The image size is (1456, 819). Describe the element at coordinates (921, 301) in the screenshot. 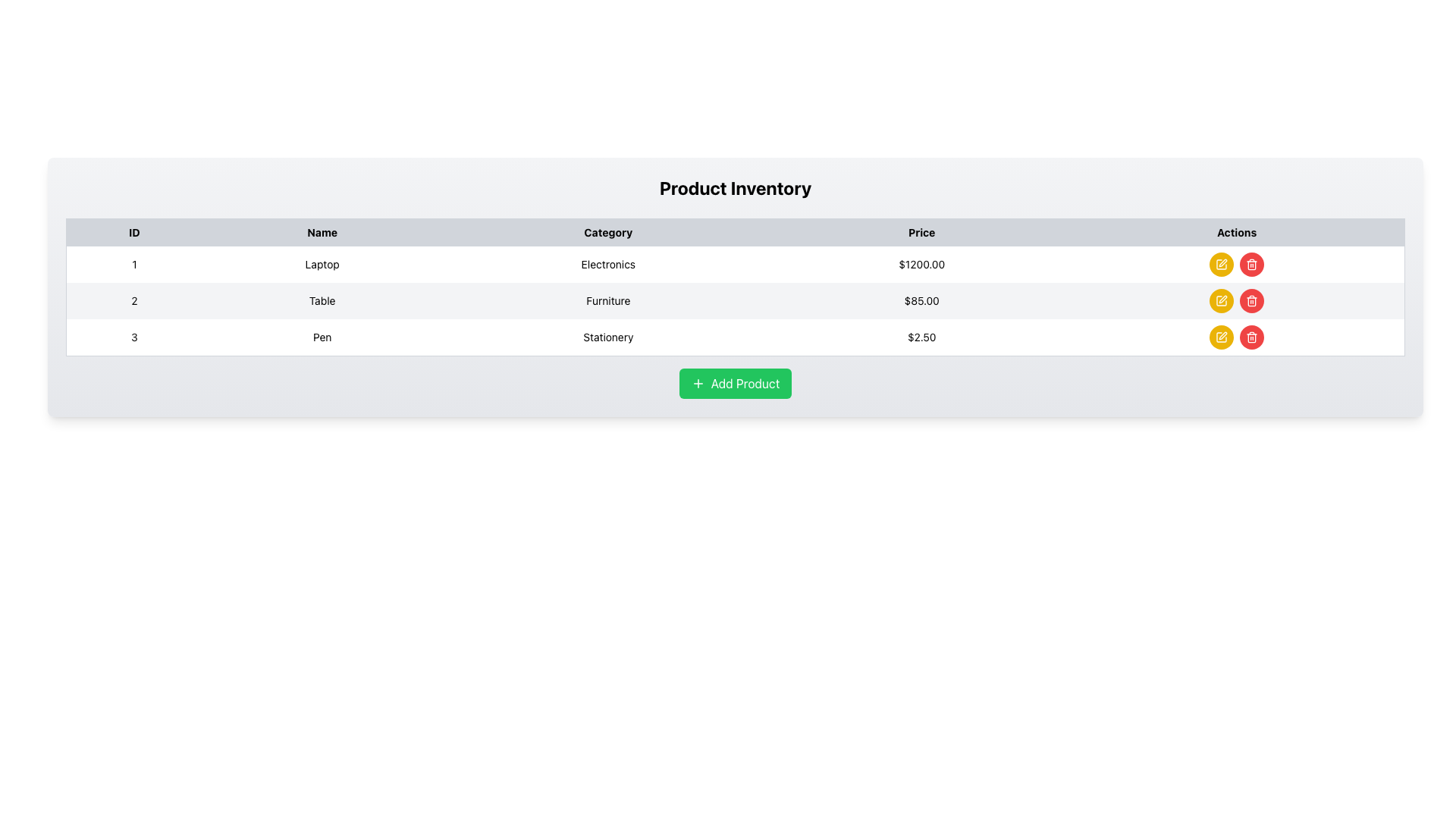

I see `text label displaying '$85.00' located in the second row of the product inventory table under the 'Price' column, positioned between the 'Category' column and the 'Actions' column` at that location.